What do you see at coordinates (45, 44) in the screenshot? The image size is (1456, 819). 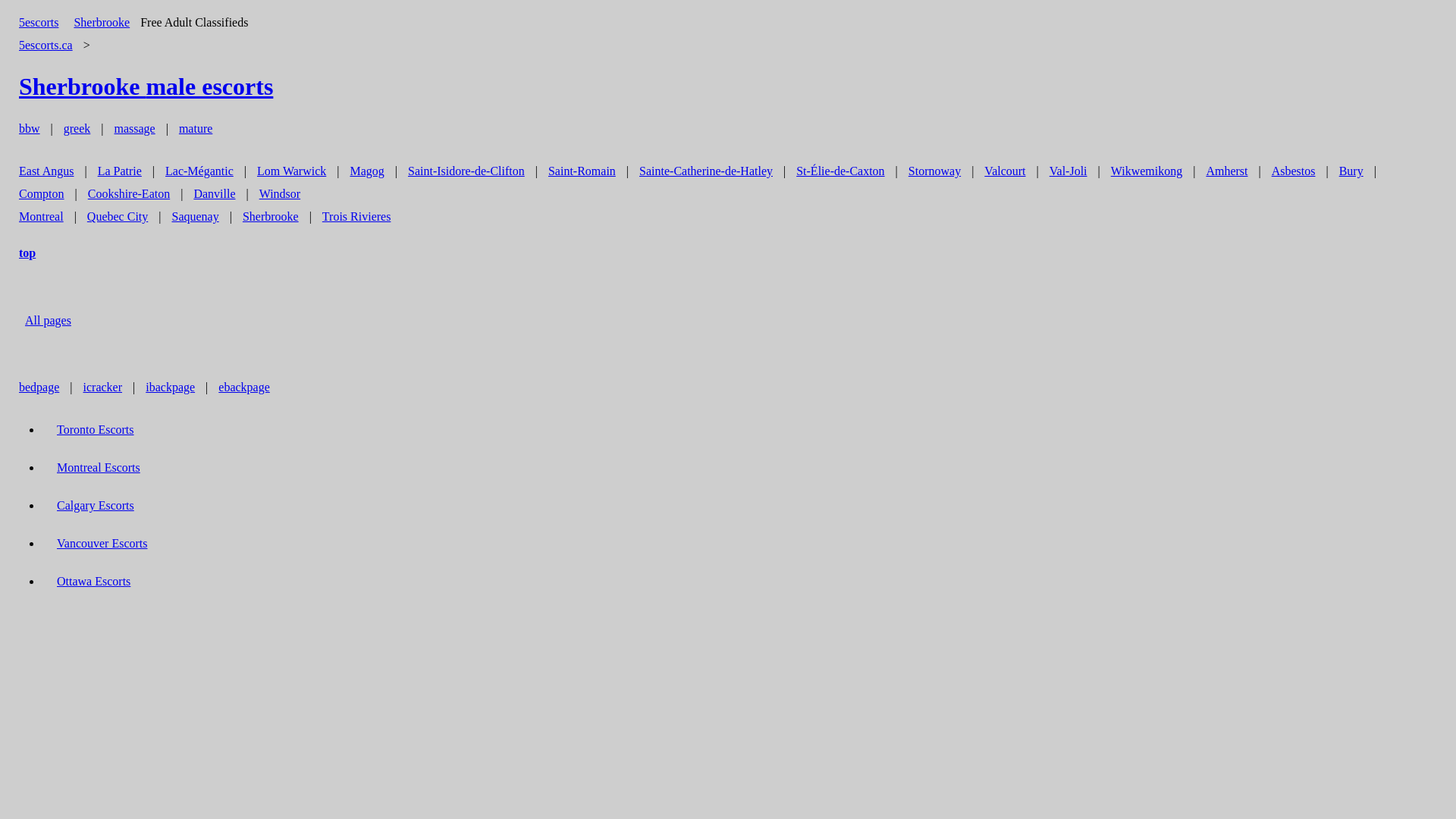 I see `'5escorts.ca'` at bounding box center [45, 44].